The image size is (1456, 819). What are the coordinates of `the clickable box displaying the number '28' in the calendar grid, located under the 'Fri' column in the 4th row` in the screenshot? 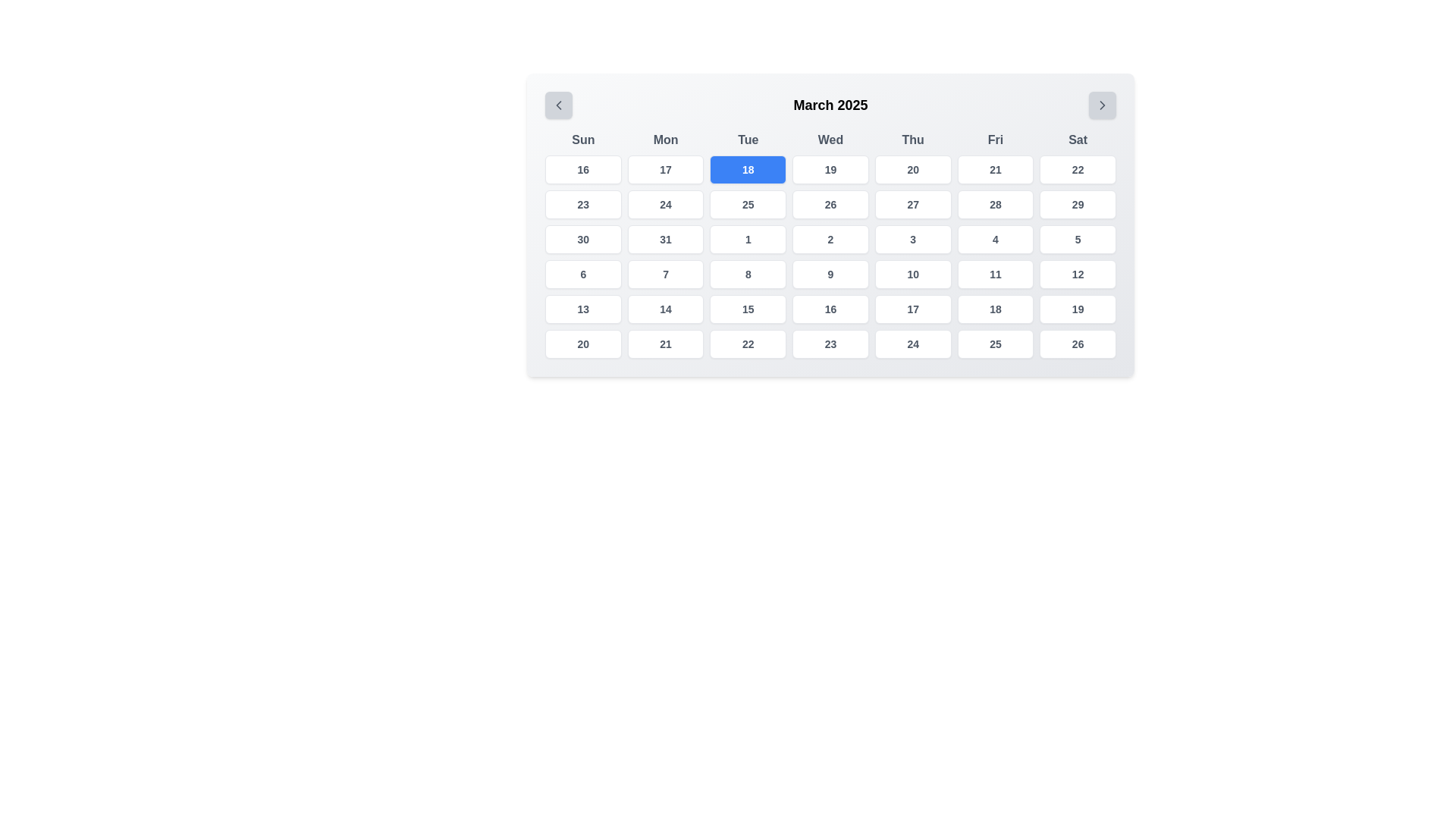 It's located at (995, 205).